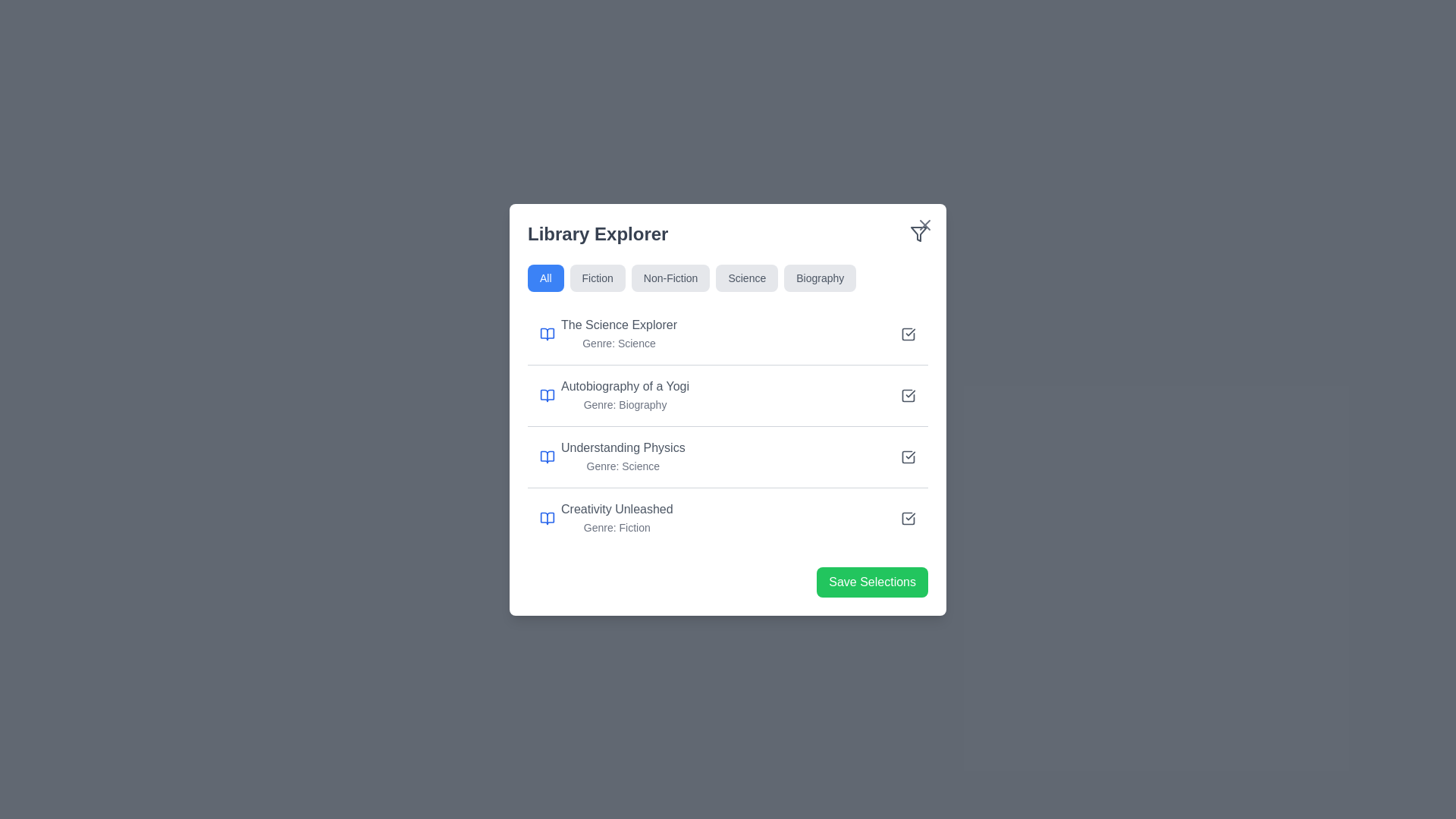 This screenshot has width=1456, height=819. I want to click on the checkbox input control for the 'Autobiography of a Yogi' item, so click(908, 394).